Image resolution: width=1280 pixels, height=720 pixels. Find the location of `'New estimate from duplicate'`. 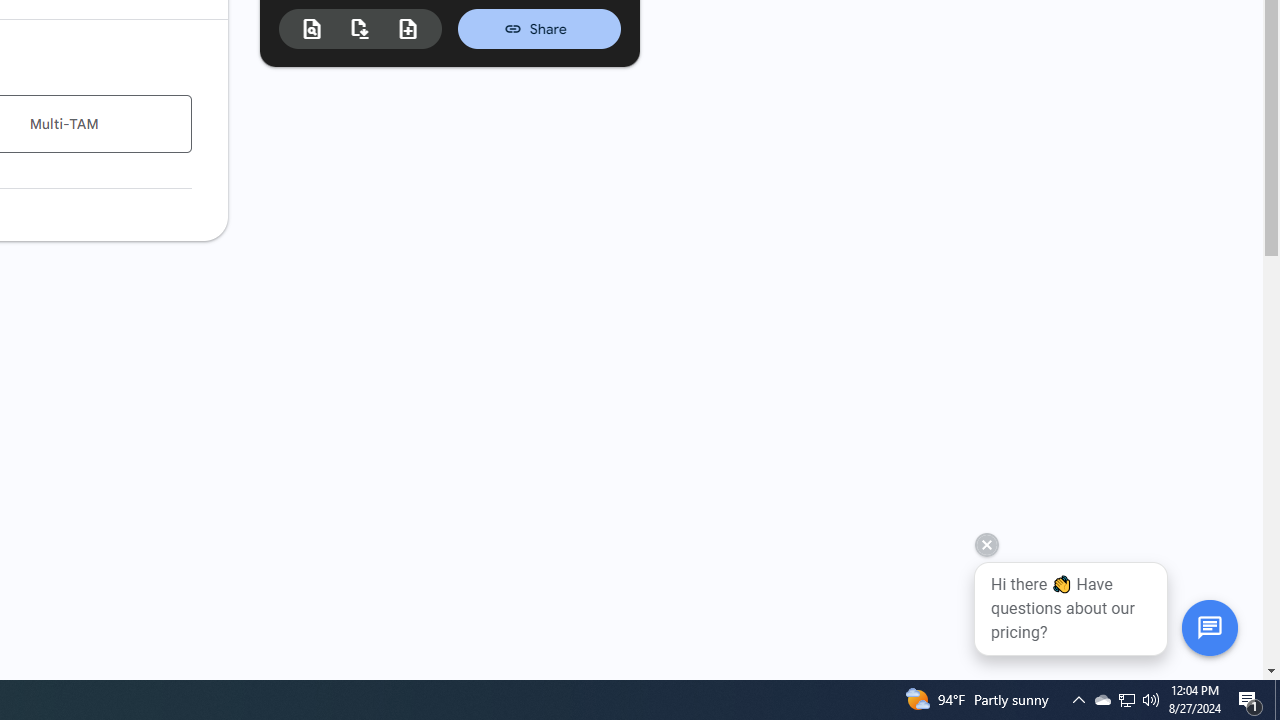

'New estimate from duplicate' is located at coordinates (407, 29).